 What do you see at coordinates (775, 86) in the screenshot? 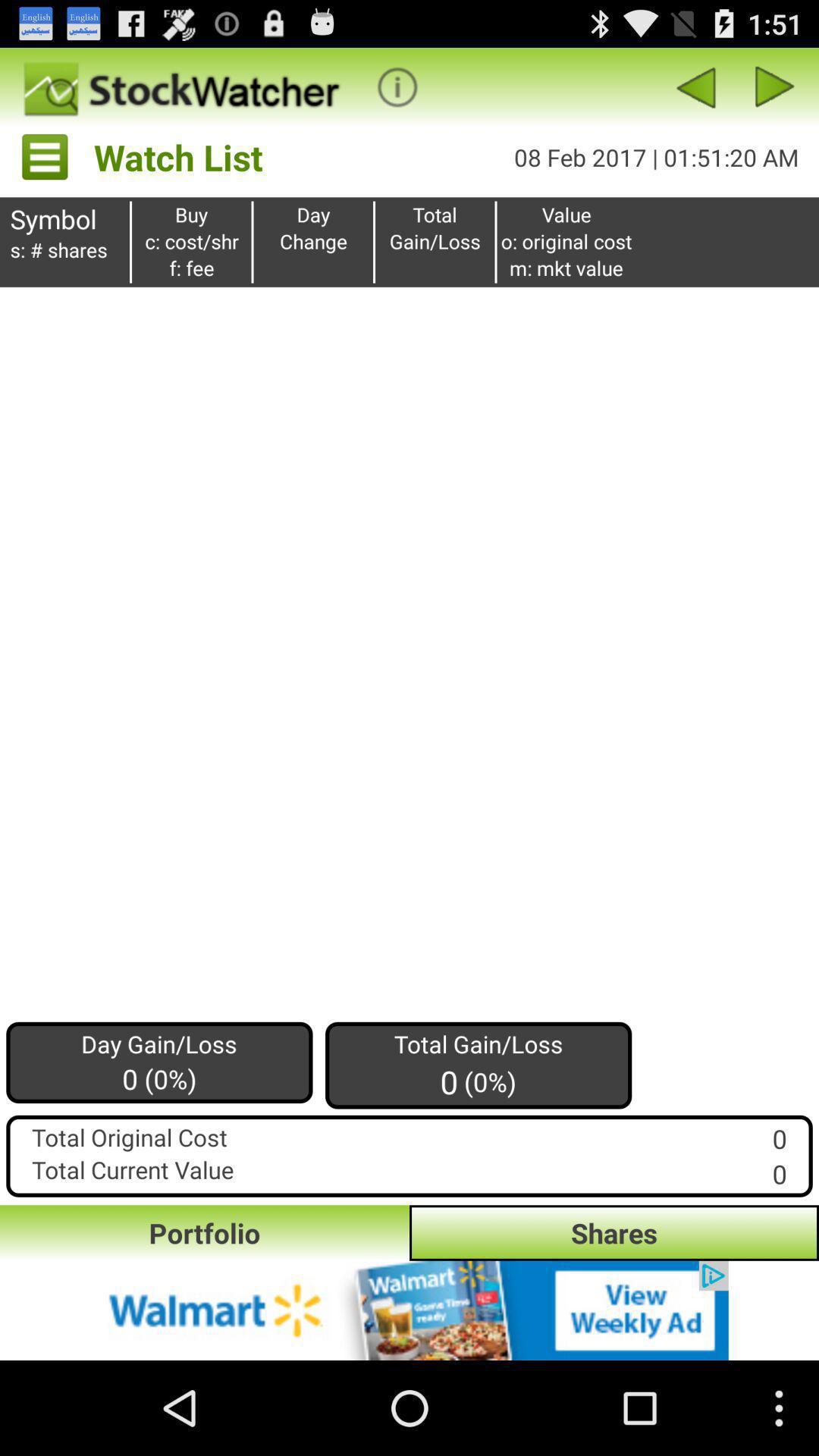
I see `for ward` at bounding box center [775, 86].